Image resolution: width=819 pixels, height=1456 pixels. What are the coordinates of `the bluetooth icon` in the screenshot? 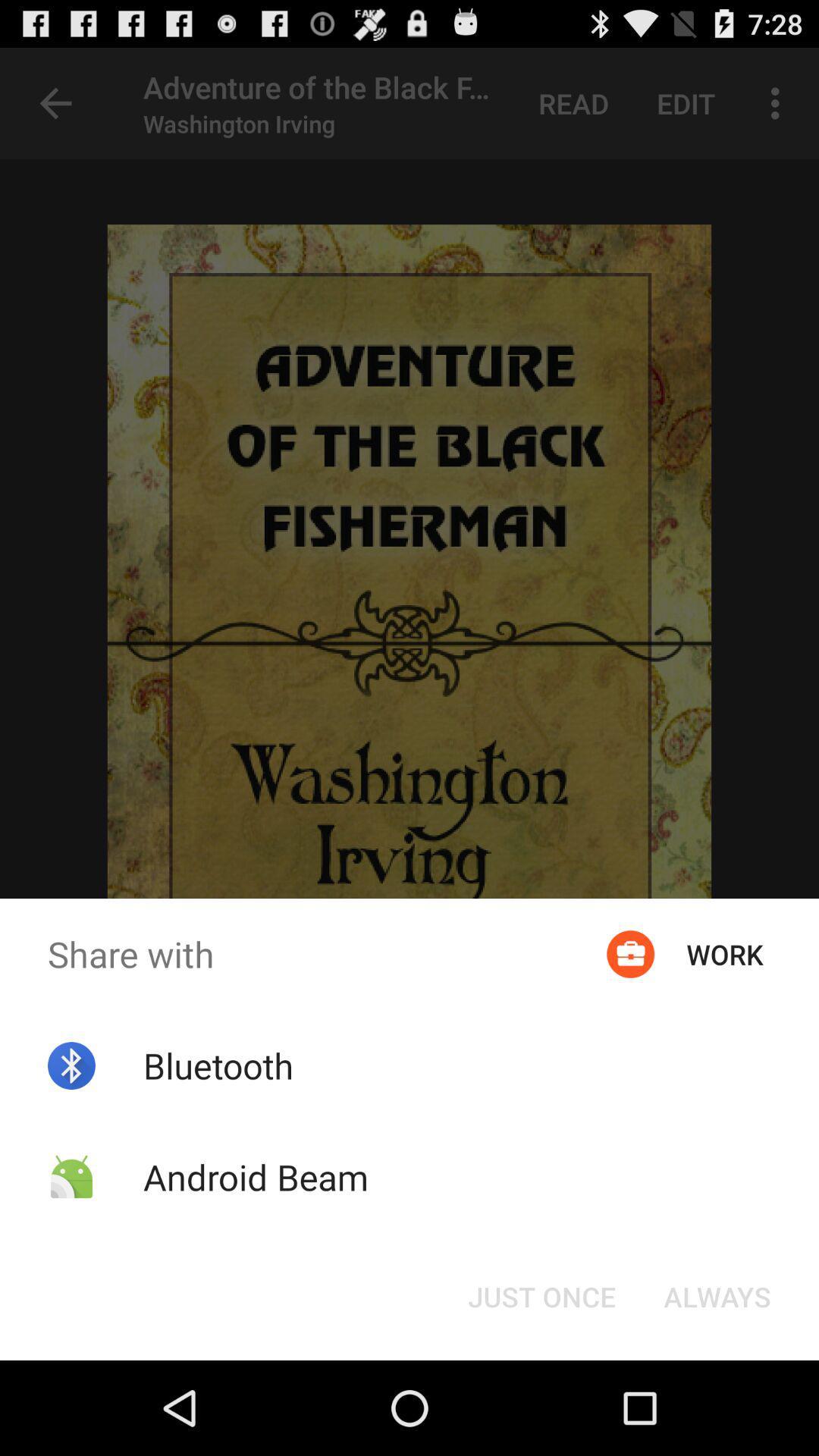 It's located at (218, 1065).